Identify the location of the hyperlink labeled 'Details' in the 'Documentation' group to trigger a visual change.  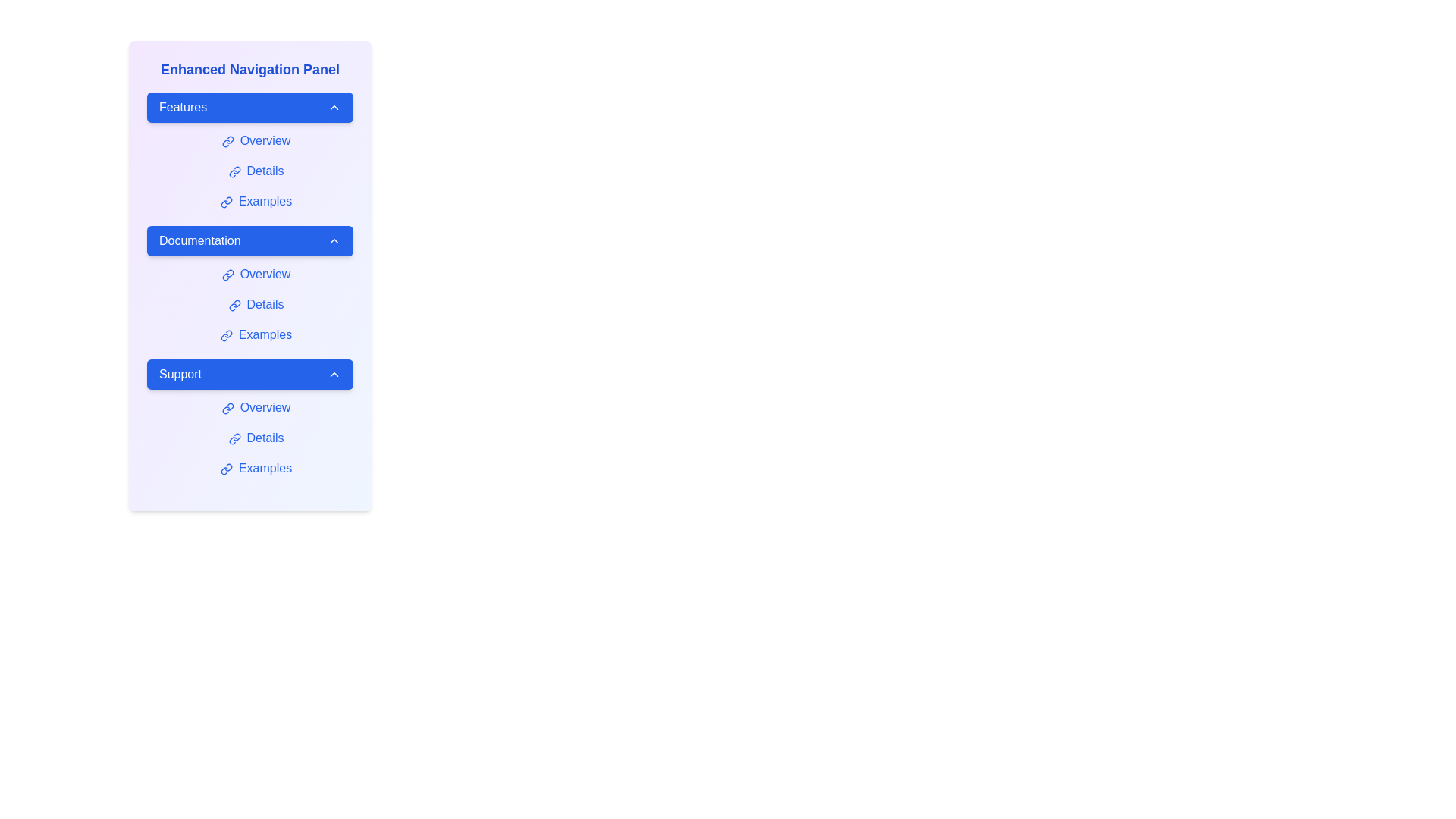
(256, 304).